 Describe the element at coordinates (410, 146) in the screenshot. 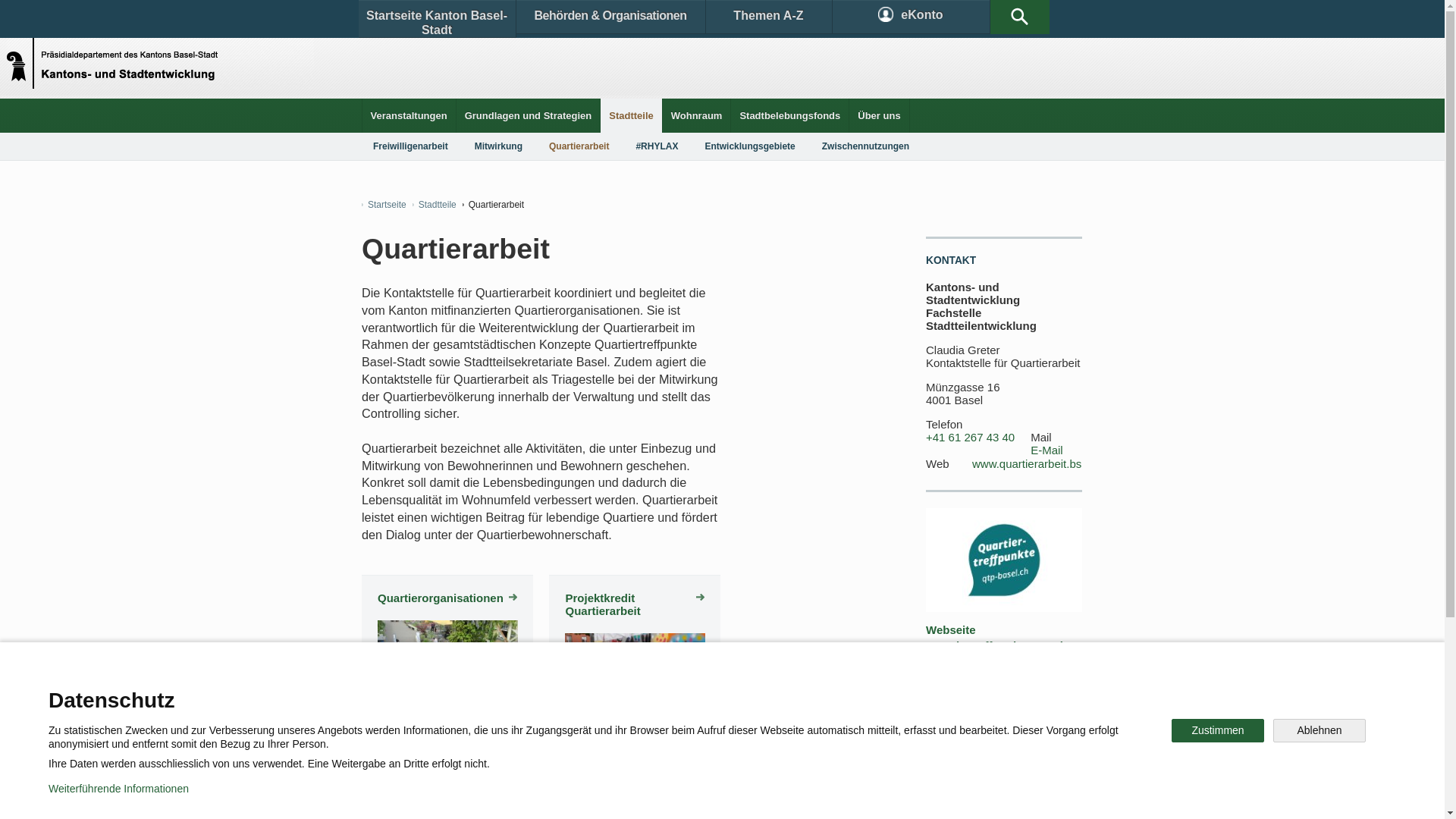

I see `'Freiwilligenarbeit'` at that location.